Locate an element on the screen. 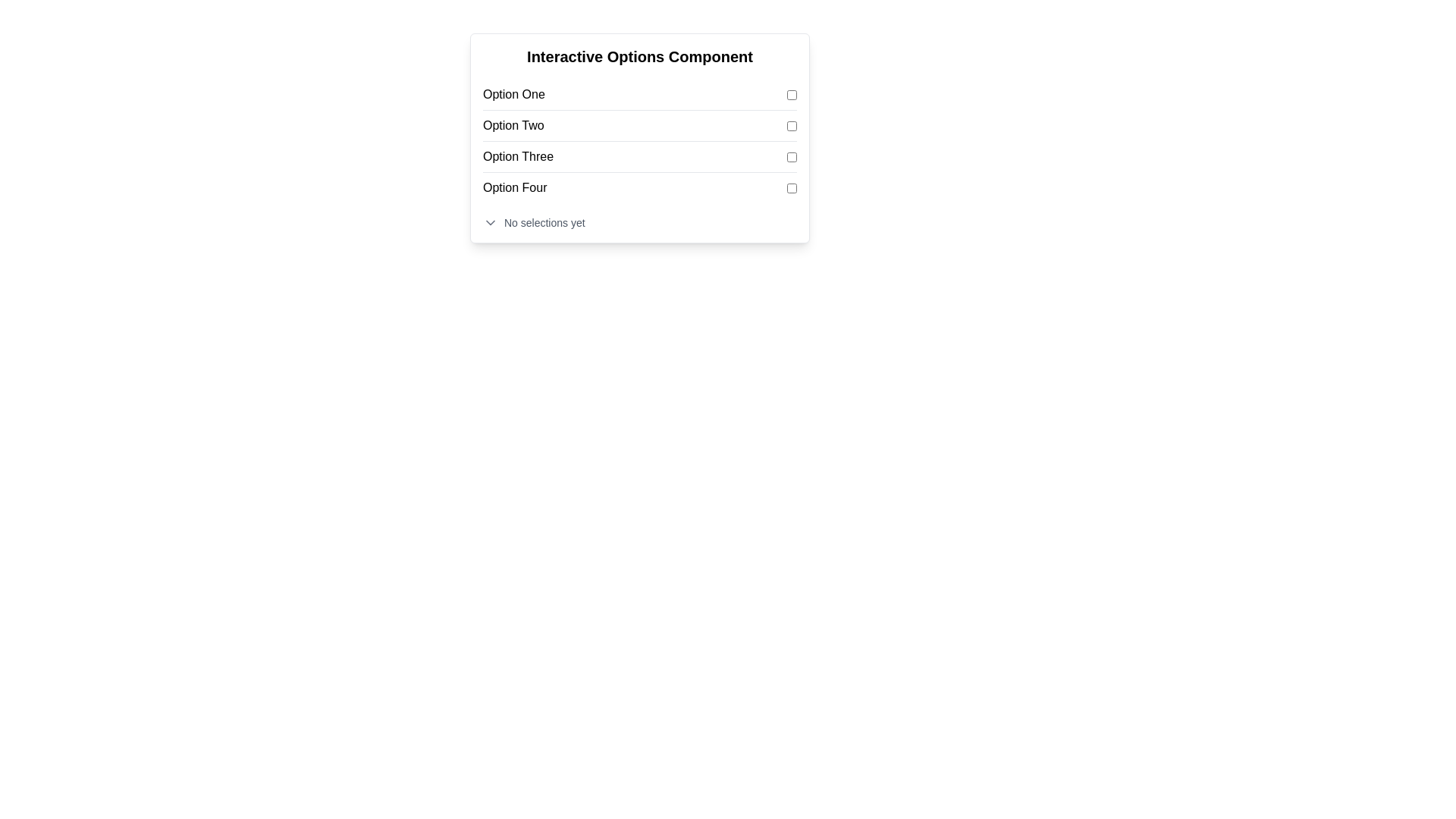 The image size is (1456, 819). the label displaying 'Option Four', which is the fourth option in a vertically arranged list, located to the left of its associated checkbox is located at coordinates (515, 187).